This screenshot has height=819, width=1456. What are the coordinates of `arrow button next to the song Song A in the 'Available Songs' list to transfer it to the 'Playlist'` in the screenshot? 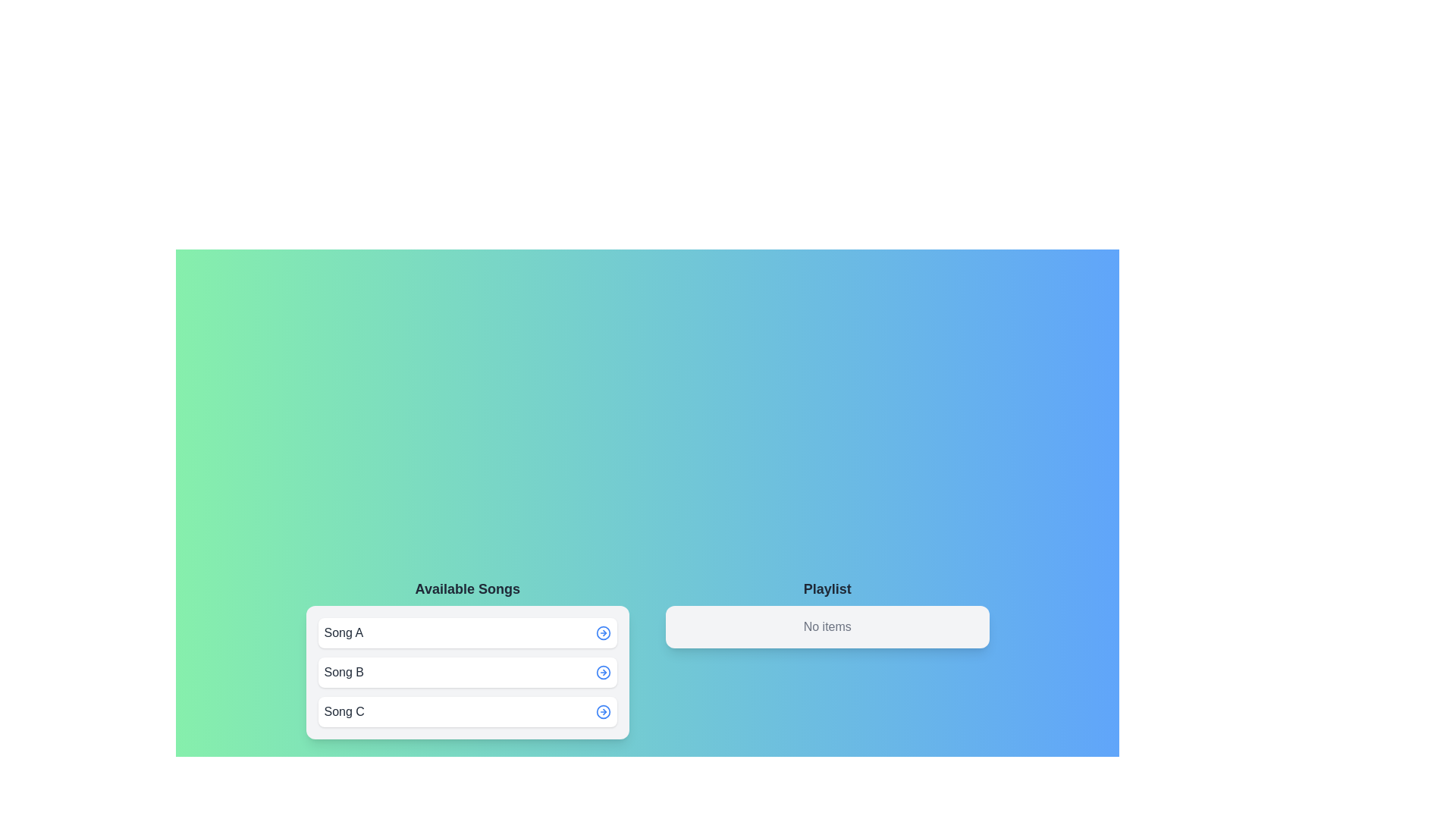 It's located at (603, 632).